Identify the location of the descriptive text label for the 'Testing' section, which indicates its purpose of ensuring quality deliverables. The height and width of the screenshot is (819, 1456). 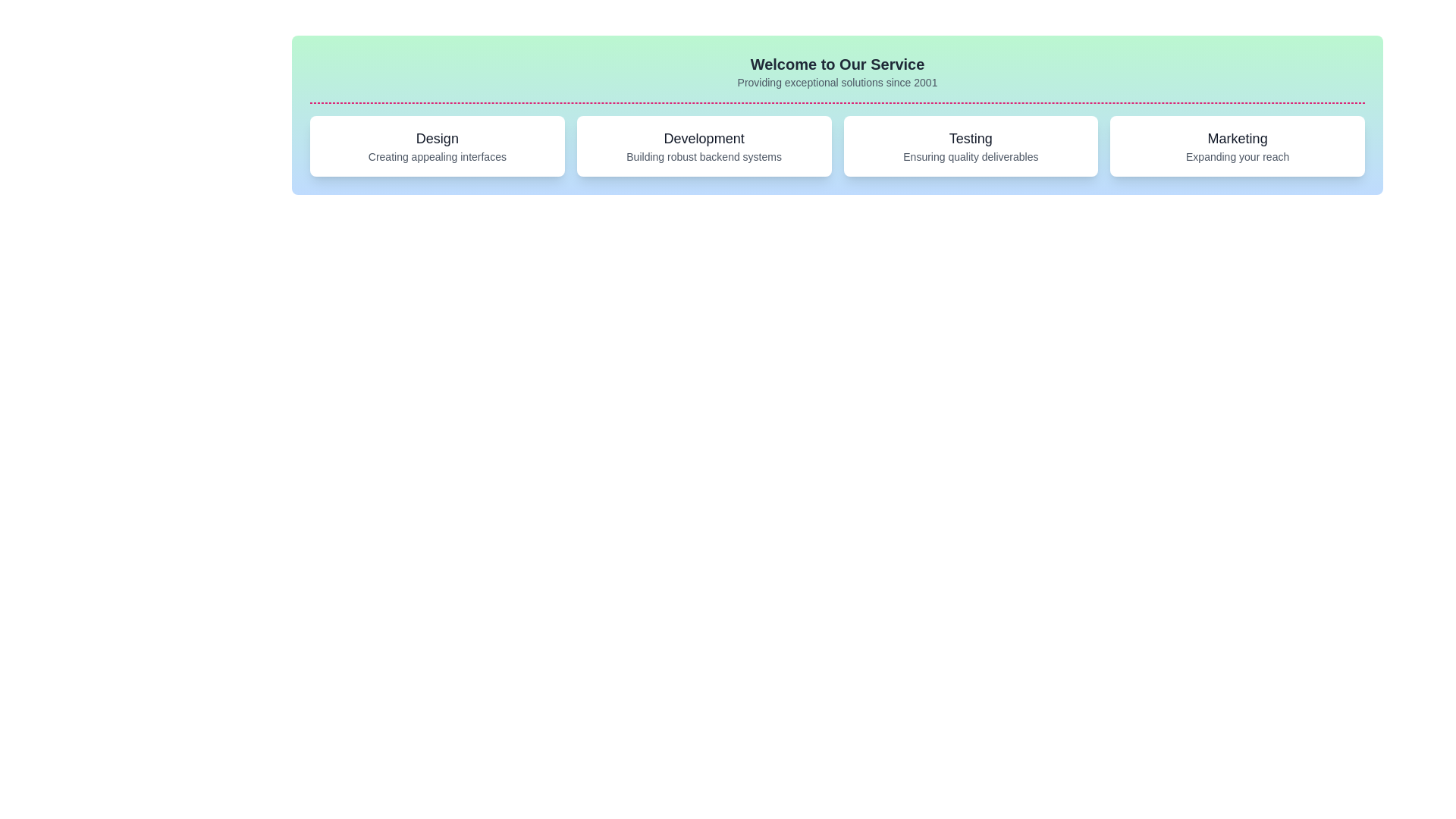
(971, 157).